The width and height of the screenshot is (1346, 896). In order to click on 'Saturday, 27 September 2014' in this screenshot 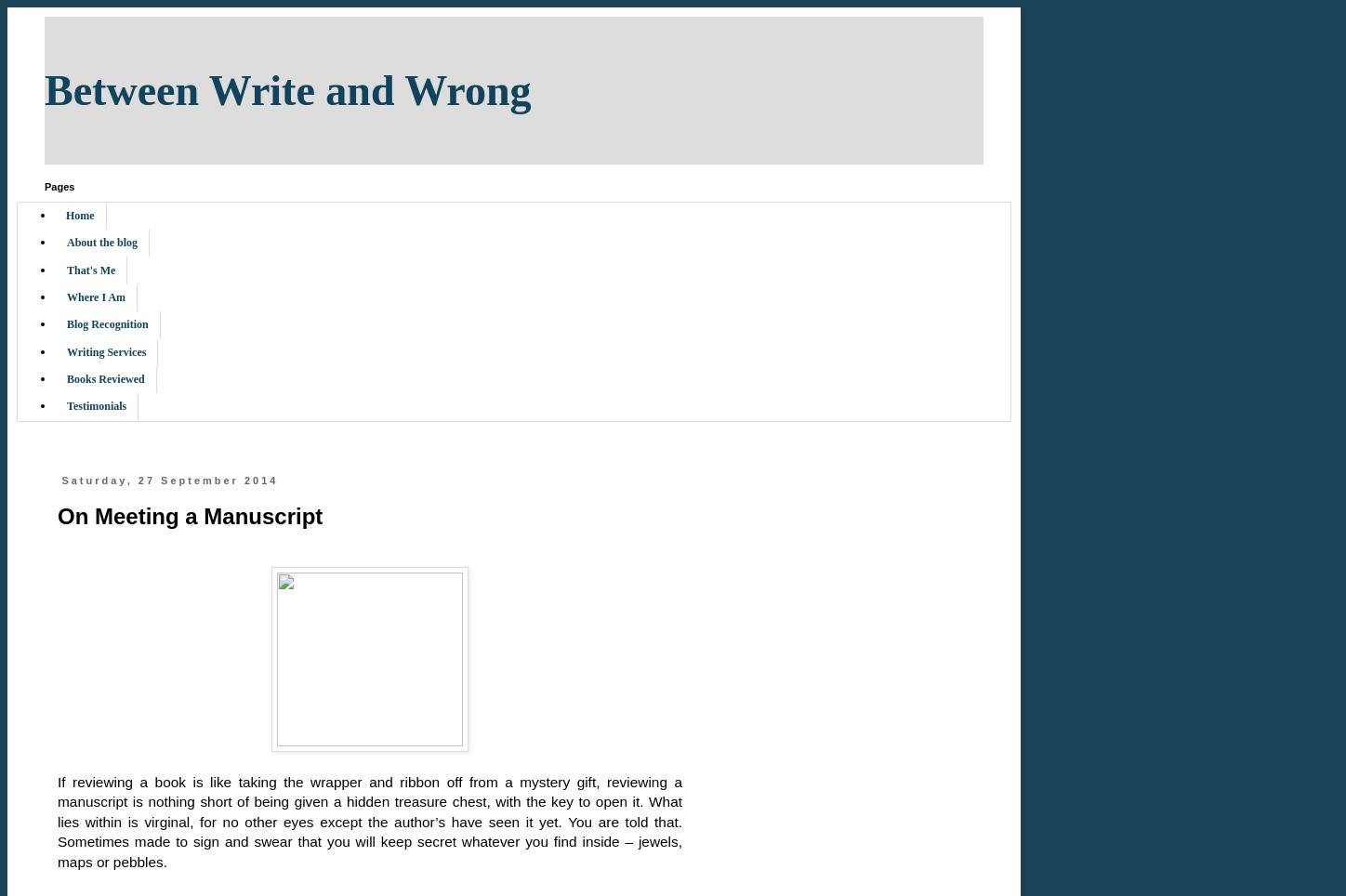, I will do `click(169, 479)`.